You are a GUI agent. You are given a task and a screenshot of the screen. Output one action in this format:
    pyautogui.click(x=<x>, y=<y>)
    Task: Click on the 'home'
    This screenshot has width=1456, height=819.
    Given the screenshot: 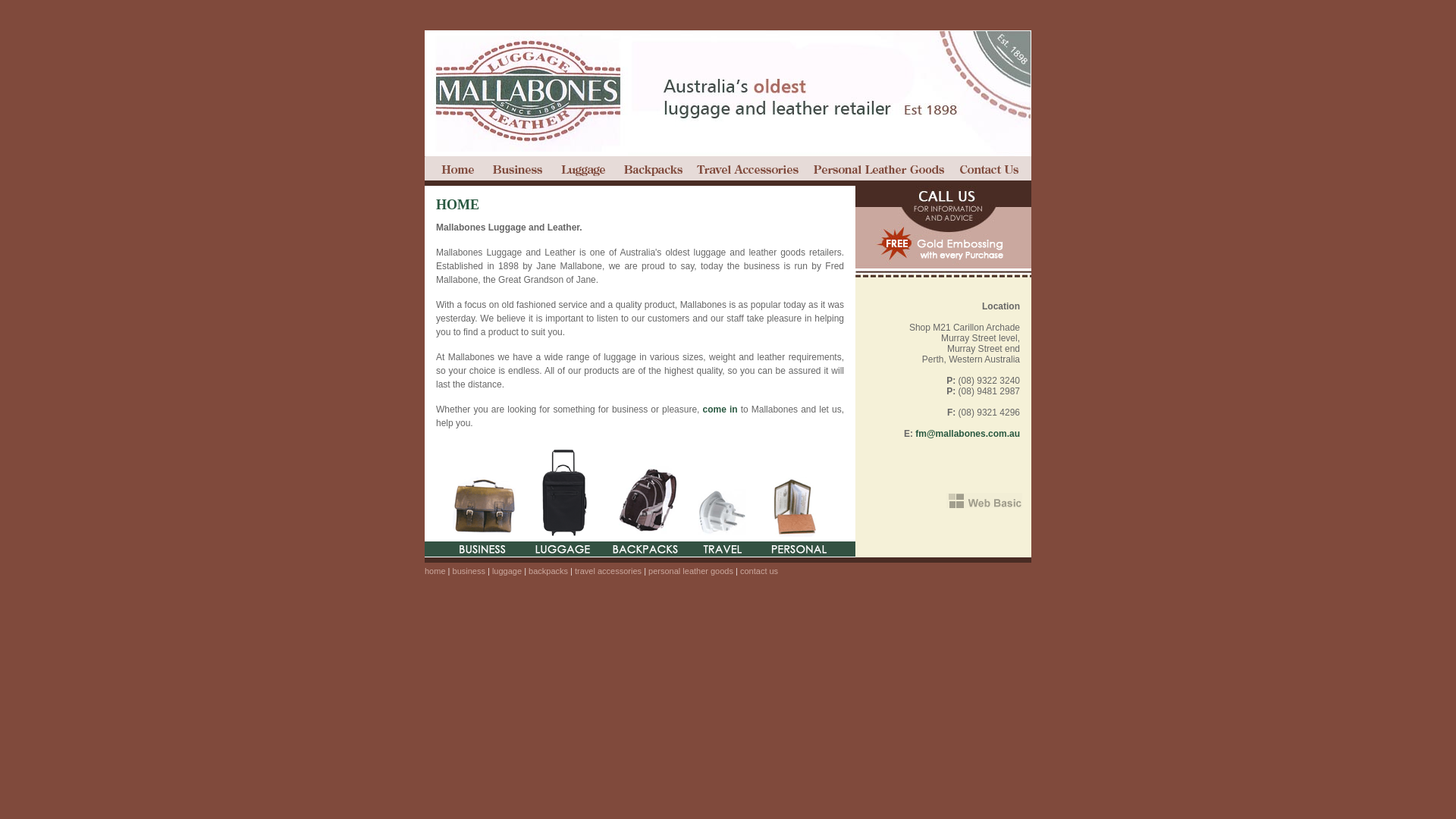 What is the action you would take?
    pyautogui.click(x=435, y=570)
    